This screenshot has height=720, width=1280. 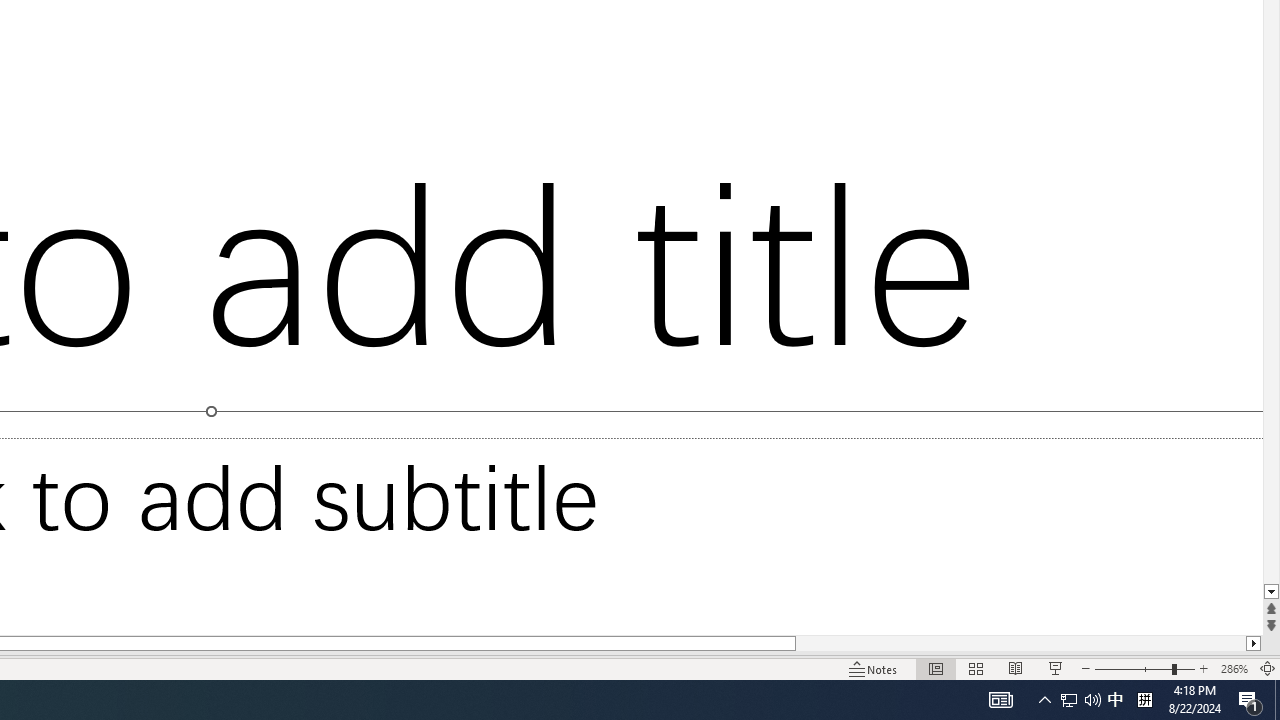 I want to click on 'Zoom 286%', so click(x=1233, y=669).